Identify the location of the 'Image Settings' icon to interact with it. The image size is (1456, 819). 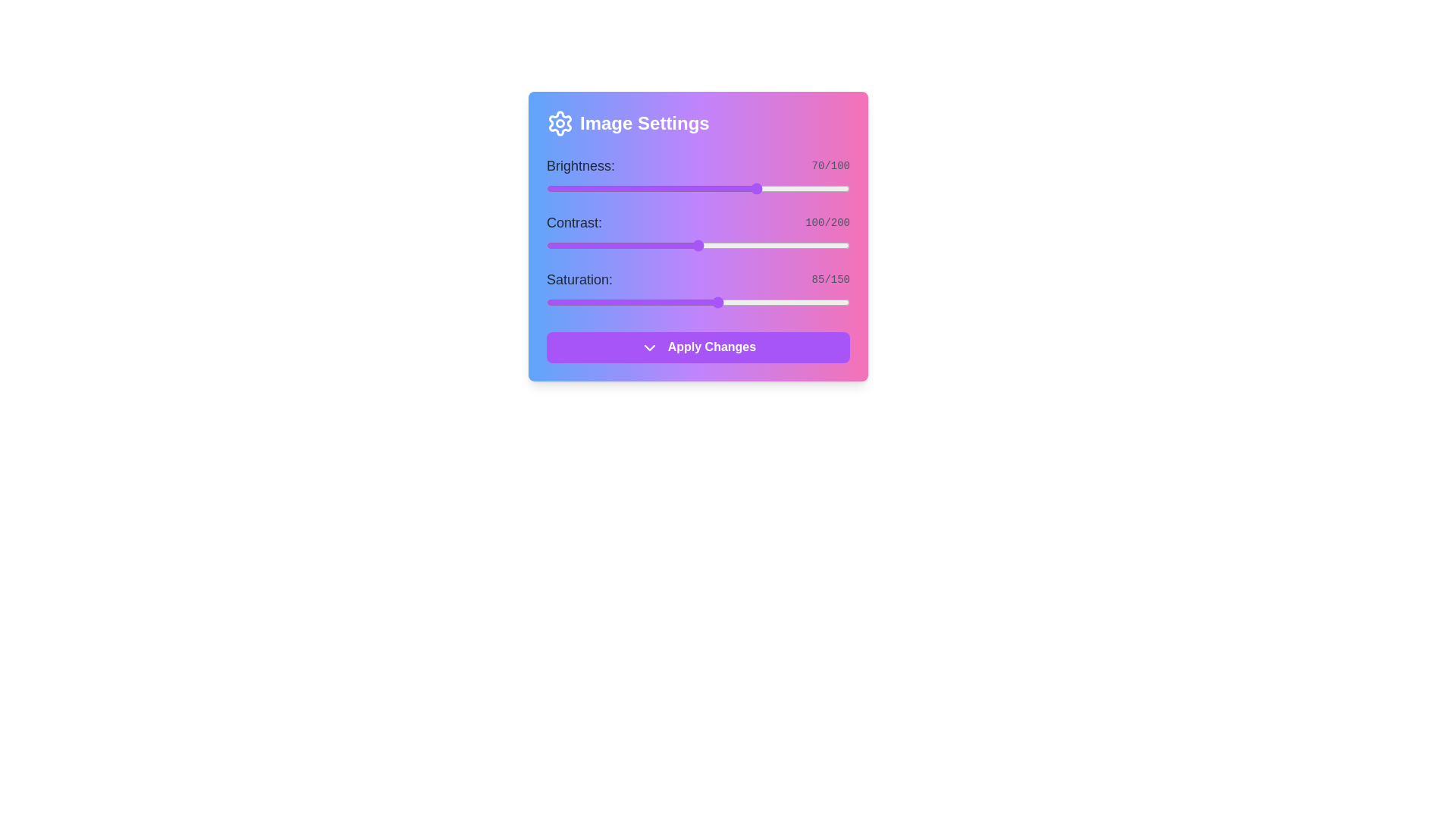
(560, 122).